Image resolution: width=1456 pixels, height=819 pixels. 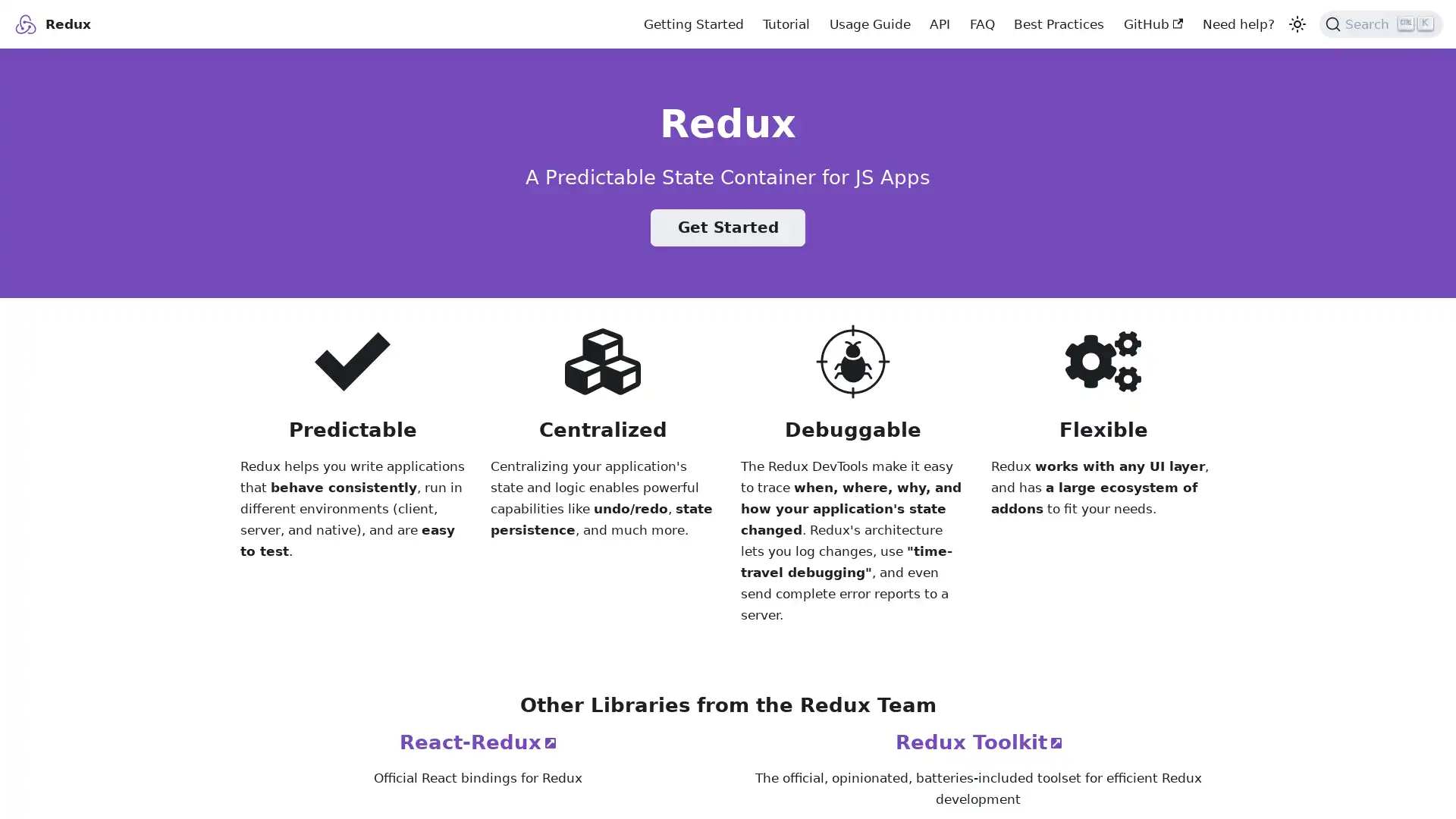 I want to click on Switch between dark and light mode (currently light mode), so click(x=1295, y=23).